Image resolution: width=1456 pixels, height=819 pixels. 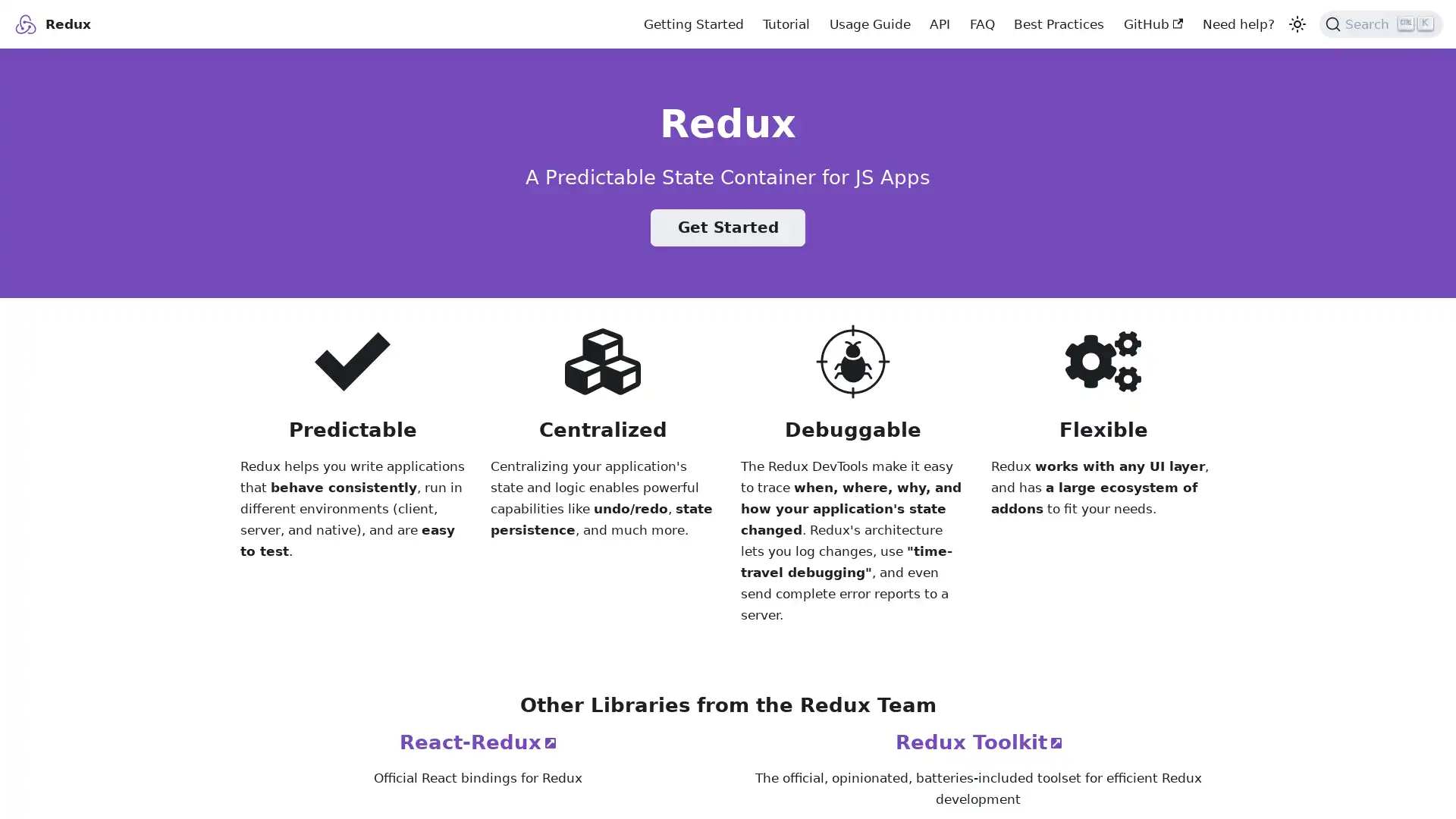 I want to click on Switch between dark and light mode (currently light mode), so click(x=1295, y=23).